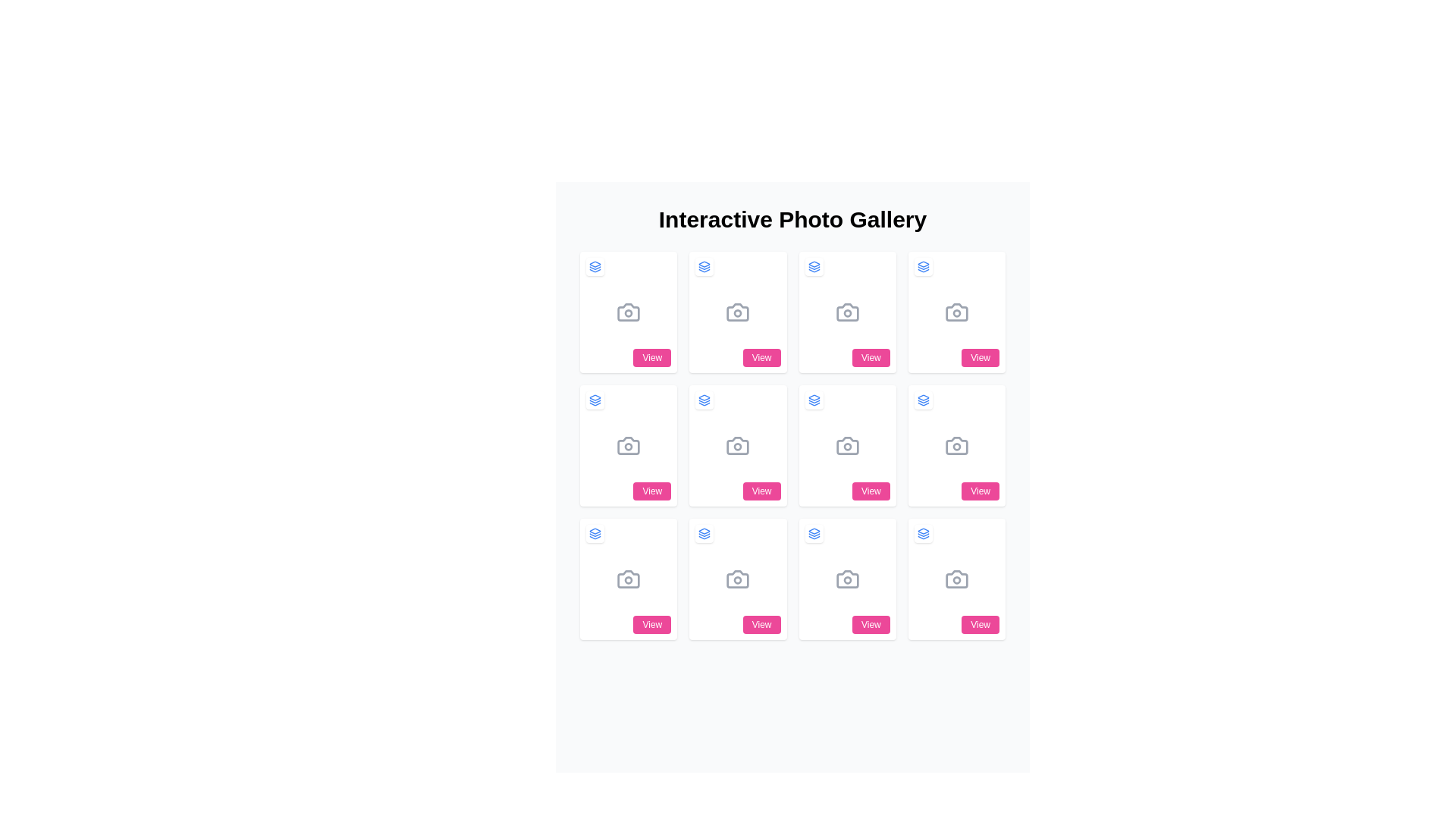 The height and width of the screenshot is (819, 1456). Describe the element at coordinates (981, 491) in the screenshot. I see `the 'View' button located in the bottom-right corner of the third row, third column of the grid layout` at that location.